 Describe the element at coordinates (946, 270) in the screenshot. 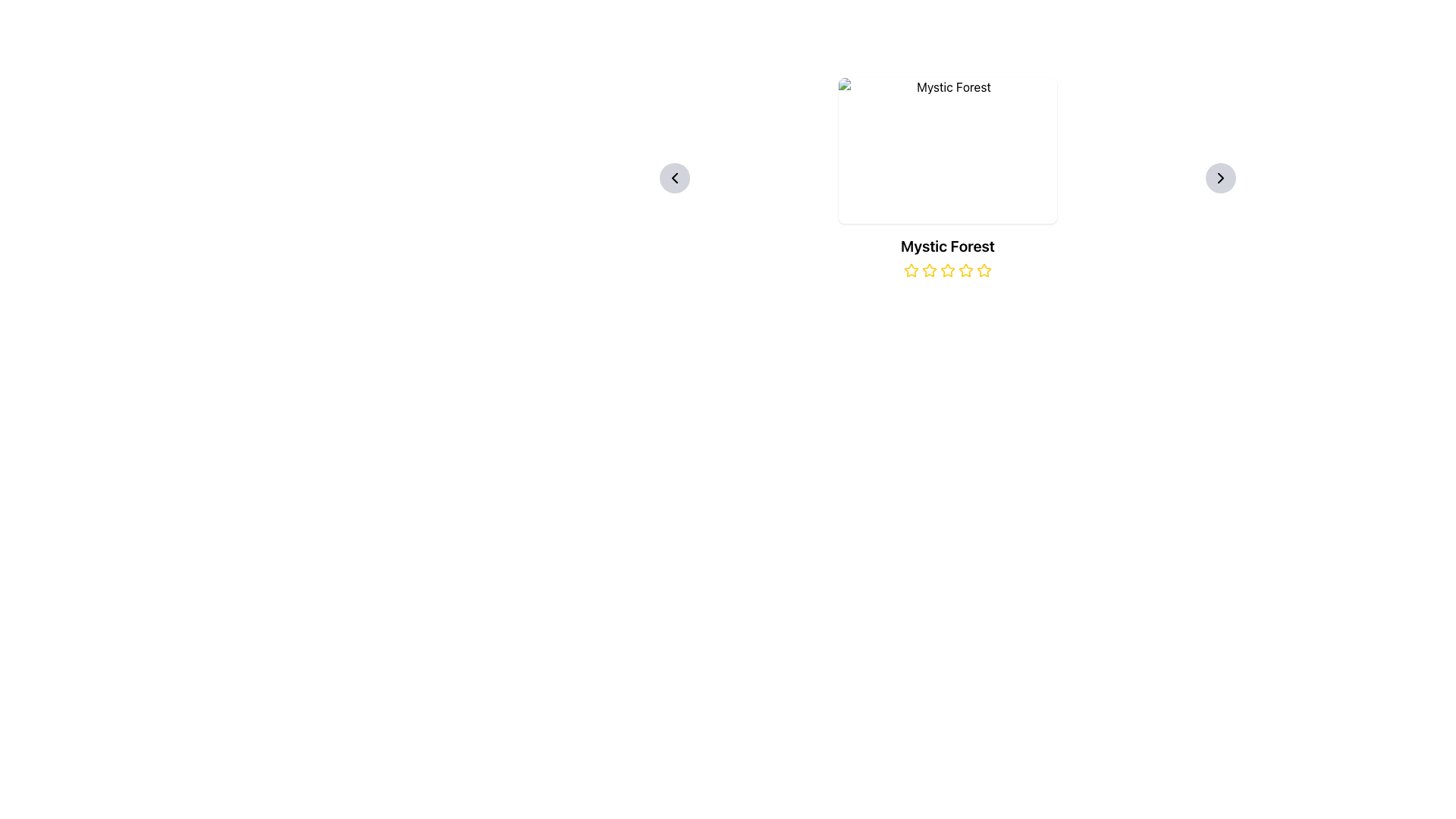

I see `the fifth star in the five-star rating system below the title 'Mystic Forest'` at that location.